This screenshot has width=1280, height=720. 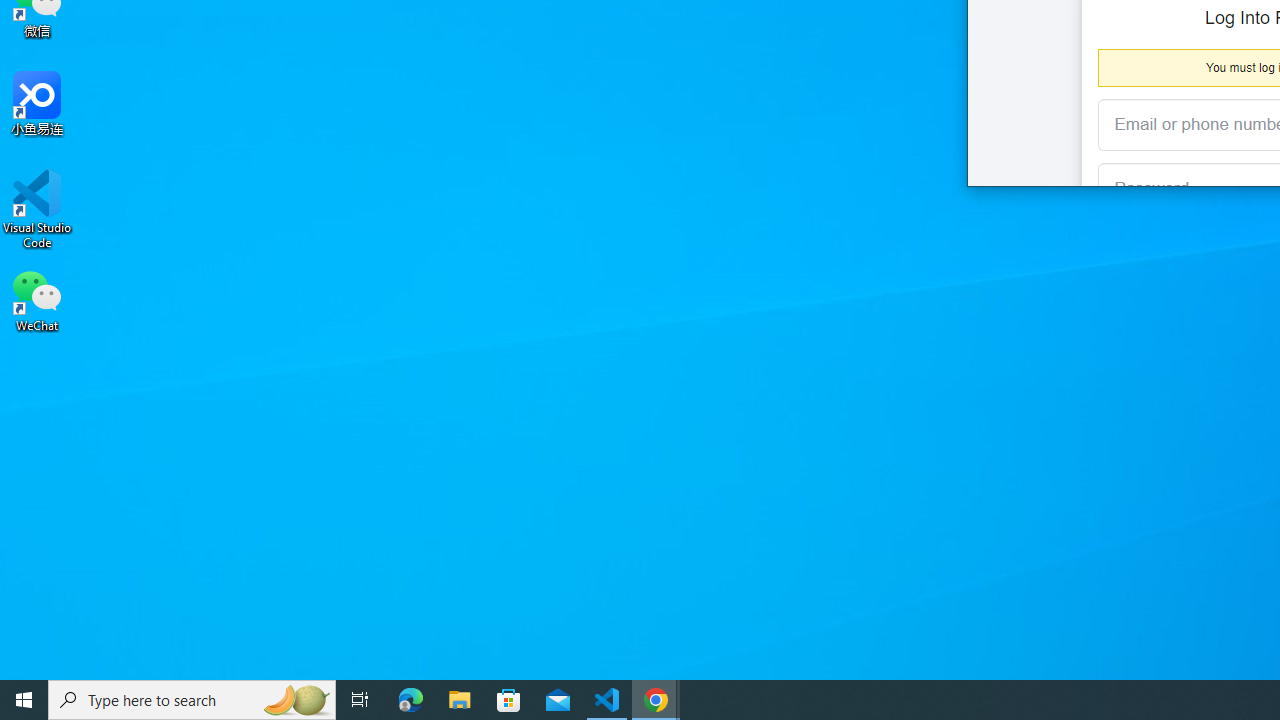 What do you see at coordinates (656, 698) in the screenshot?
I see `'Google Chrome - 2 running windows'` at bounding box center [656, 698].